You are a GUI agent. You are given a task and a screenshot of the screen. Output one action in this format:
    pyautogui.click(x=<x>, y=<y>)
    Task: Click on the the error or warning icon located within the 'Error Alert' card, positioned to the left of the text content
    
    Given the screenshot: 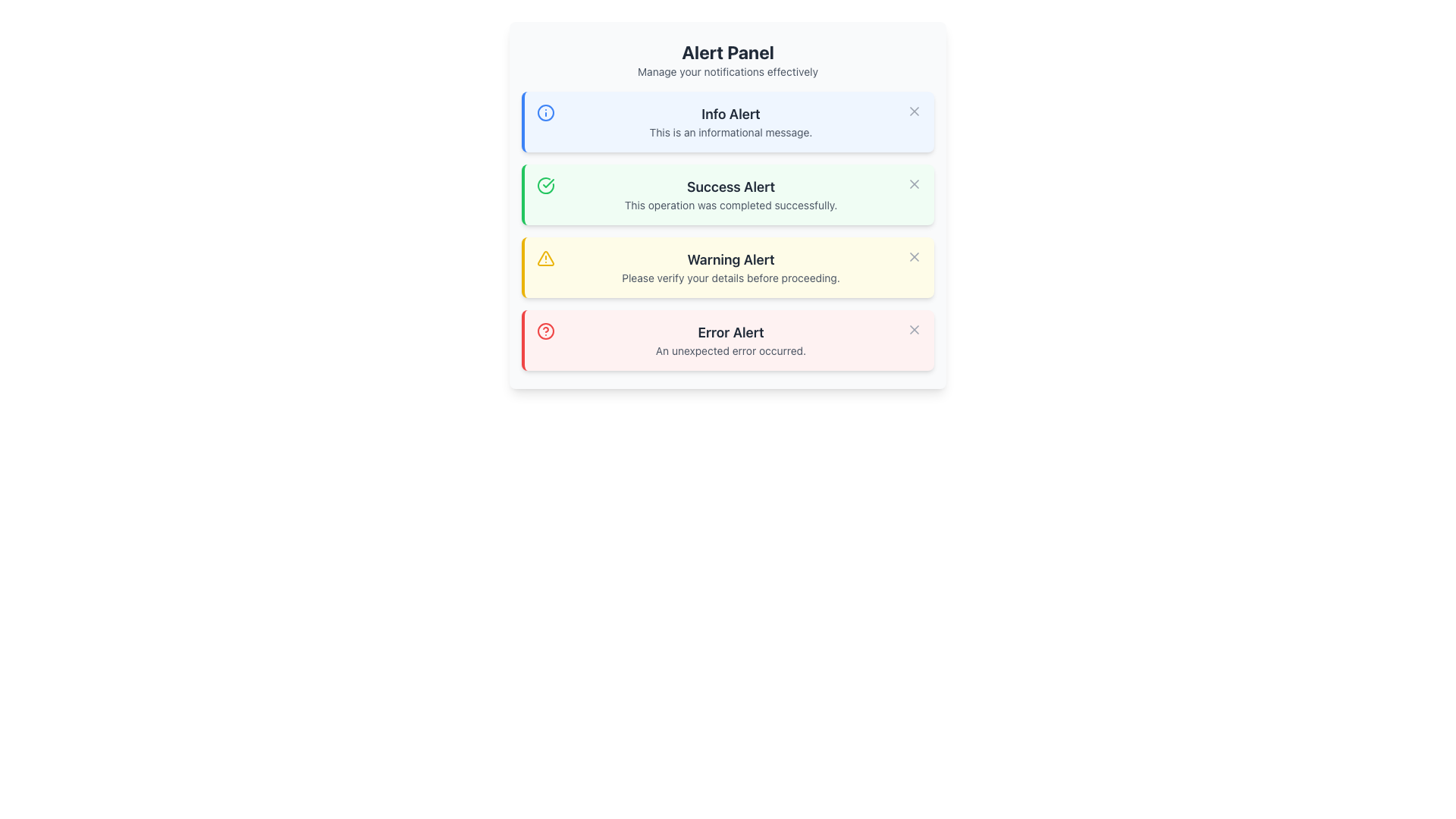 What is the action you would take?
    pyautogui.click(x=546, y=330)
    